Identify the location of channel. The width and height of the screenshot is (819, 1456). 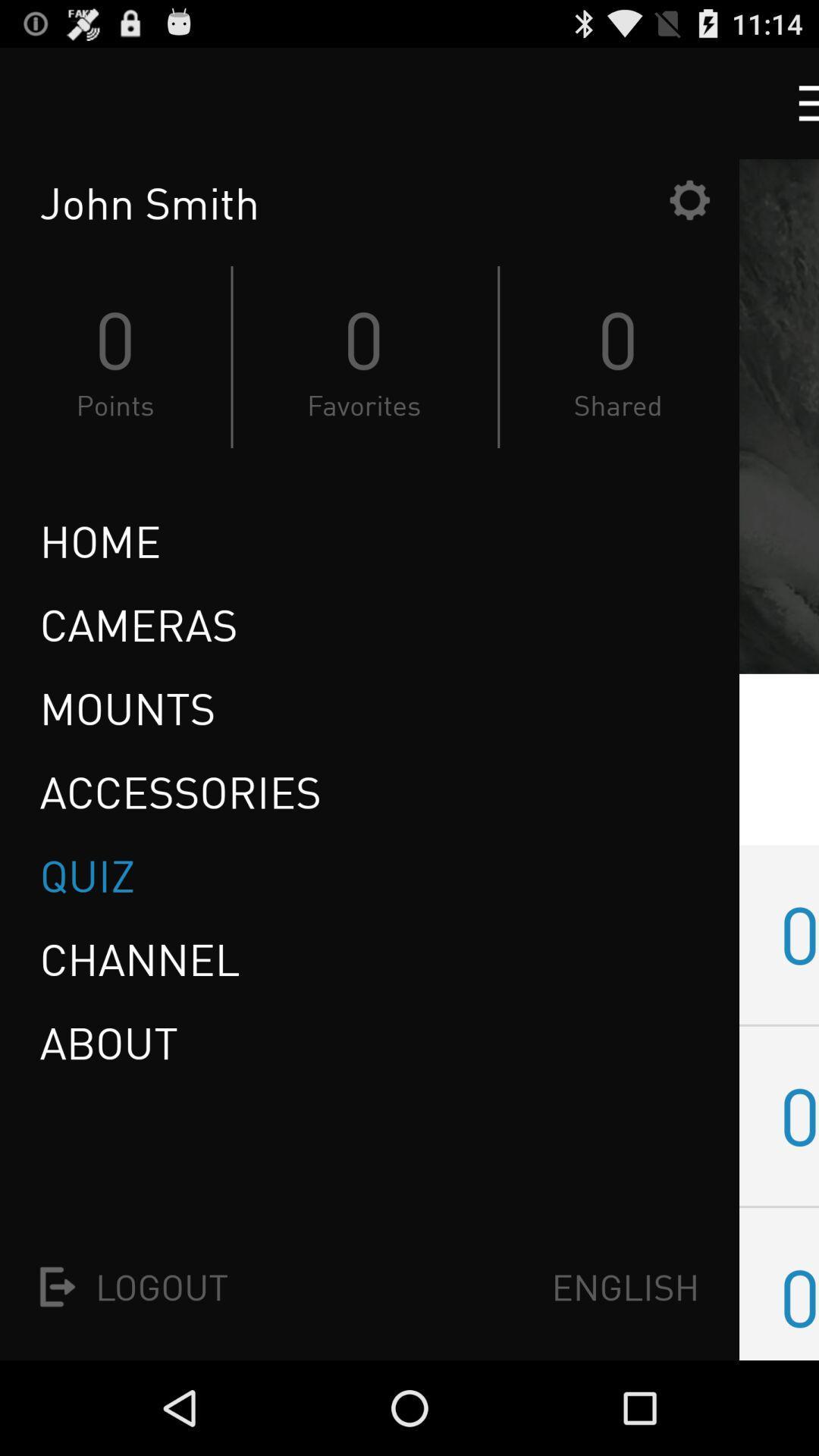
(140, 959).